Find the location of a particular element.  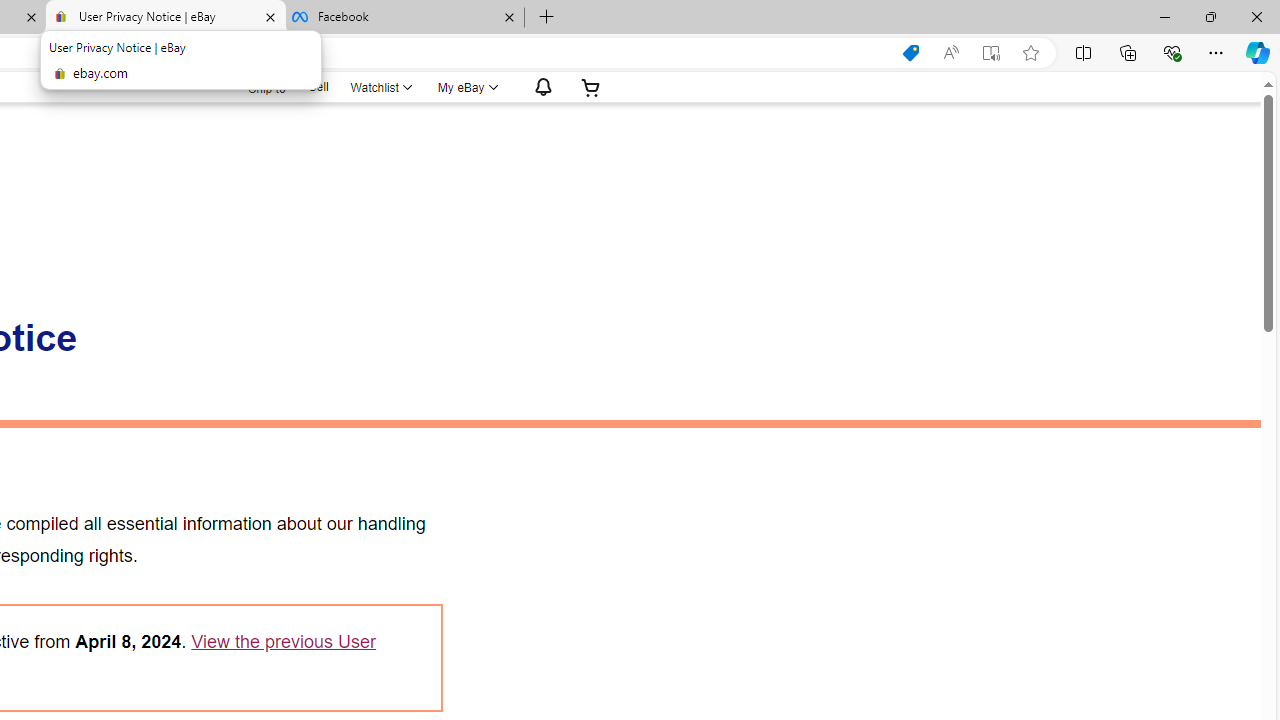

'My eBayExpand My eBay' is located at coordinates (465, 86).